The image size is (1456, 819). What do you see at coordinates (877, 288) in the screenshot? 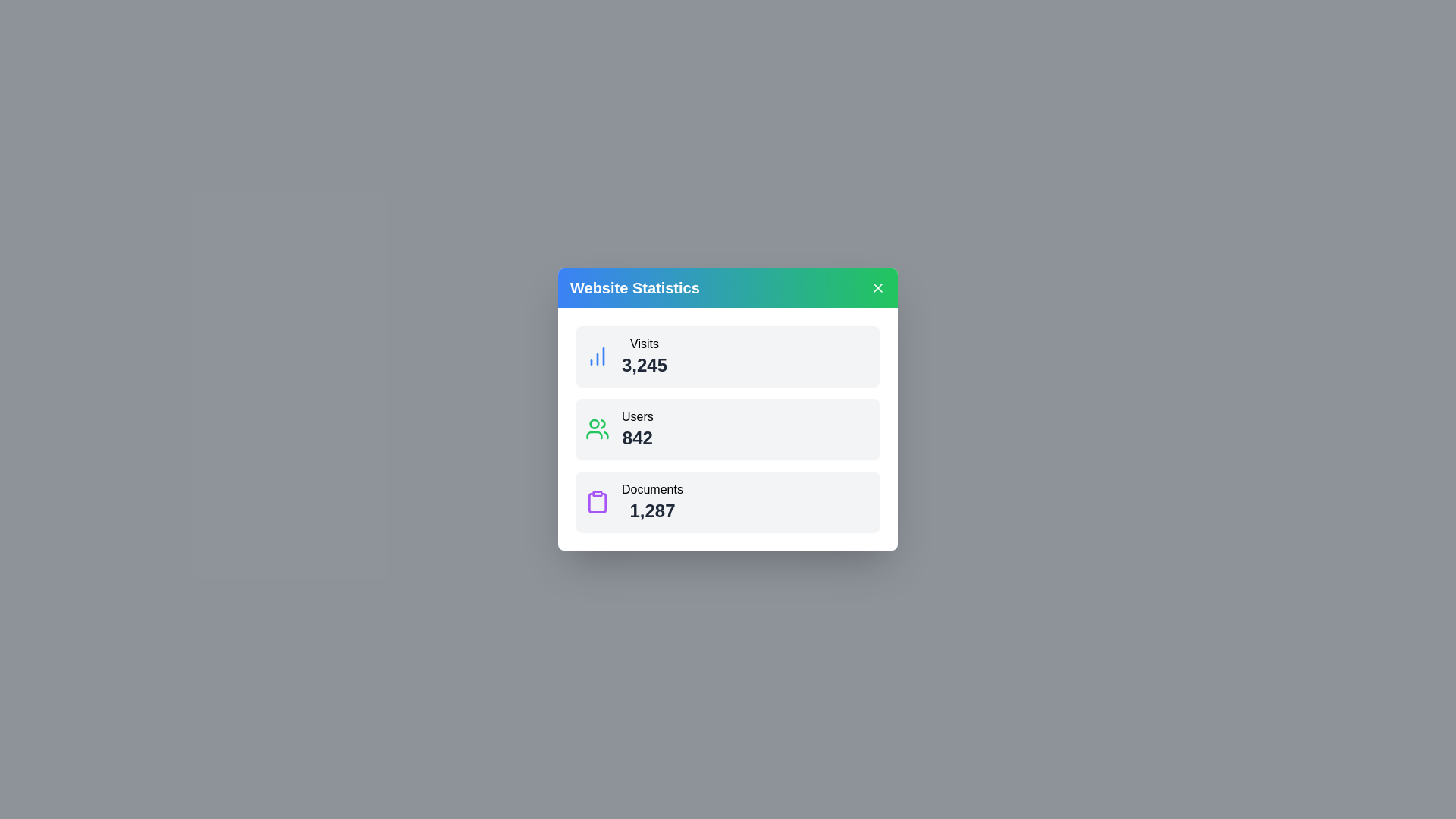
I see `the close button to close the dialog` at bounding box center [877, 288].